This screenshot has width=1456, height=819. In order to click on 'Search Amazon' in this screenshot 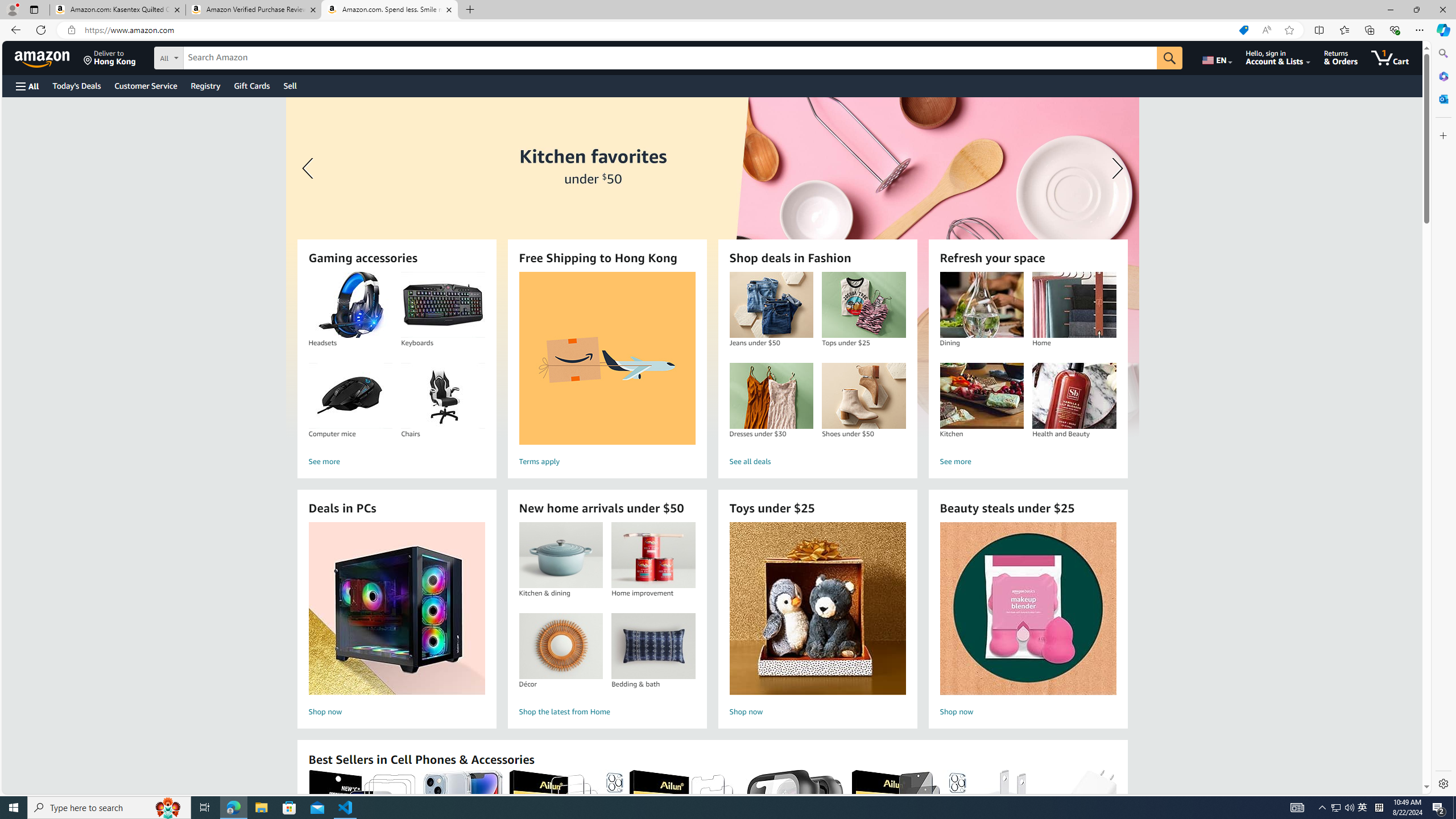, I will do `click(670, 58)`.